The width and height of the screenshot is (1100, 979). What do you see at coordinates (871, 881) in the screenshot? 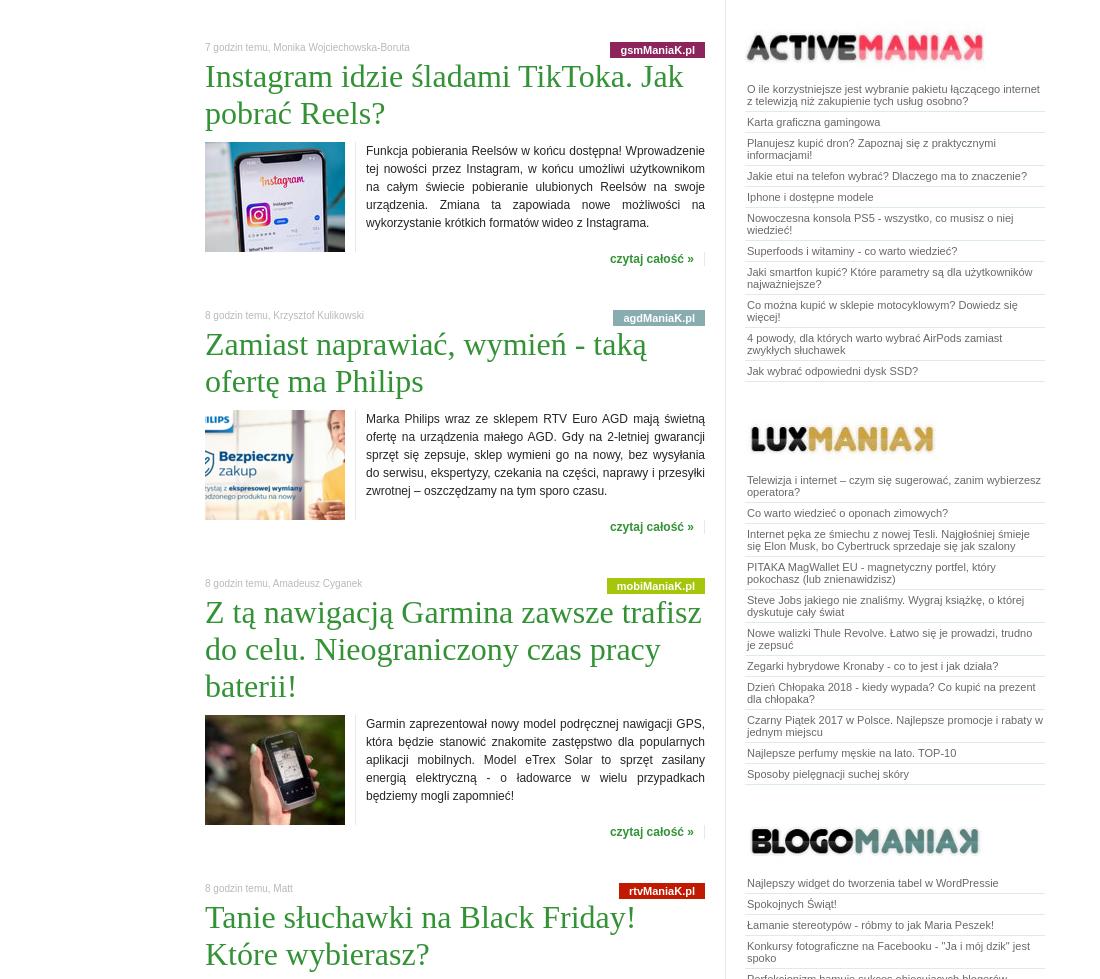
I see `'Najlepszy widget do tworzenia tabel w WordPressie'` at bounding box center [871, 881].